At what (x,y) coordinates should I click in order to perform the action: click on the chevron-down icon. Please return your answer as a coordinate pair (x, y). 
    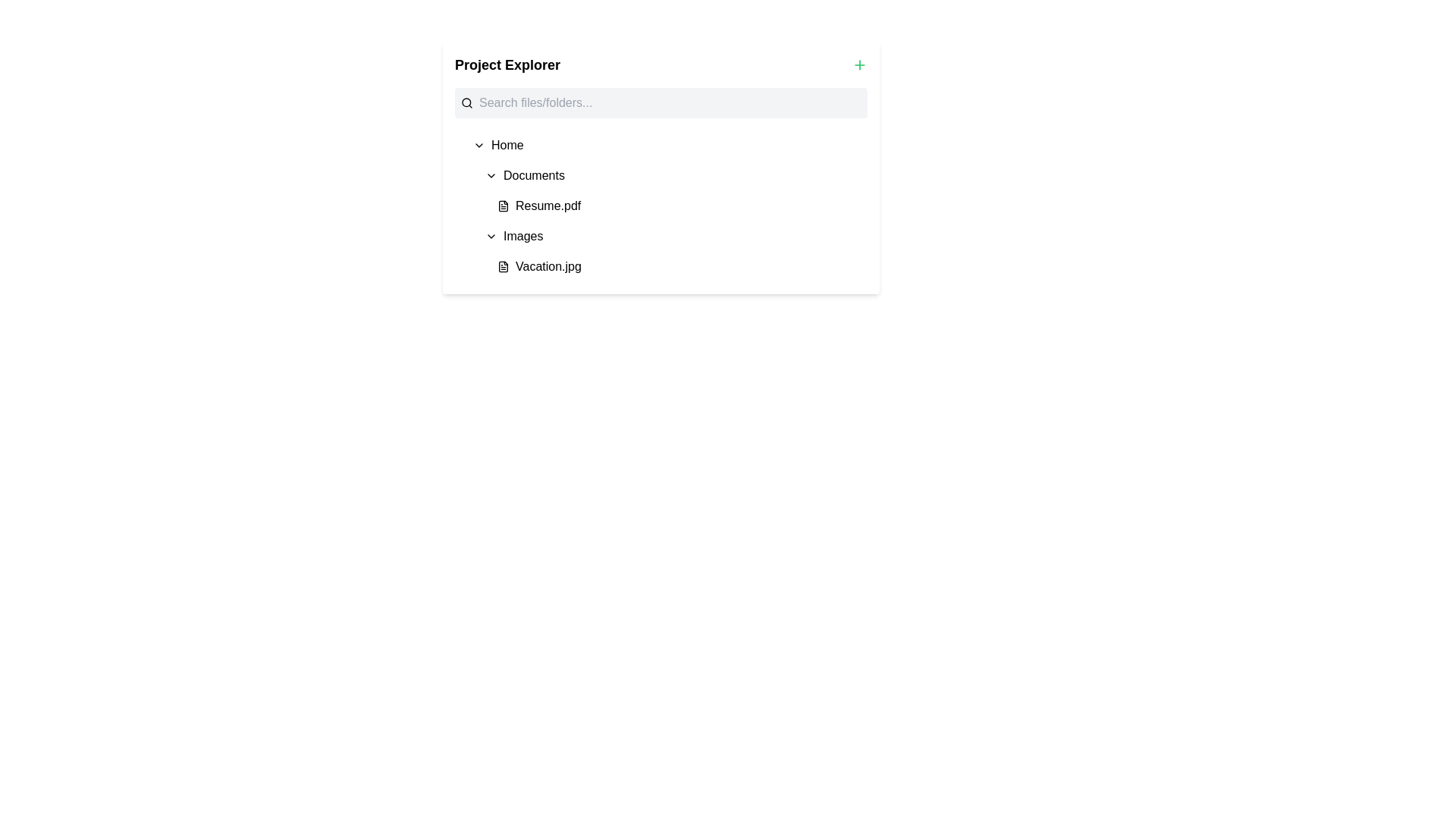
    Looking at the image, I should click on (491, 174).